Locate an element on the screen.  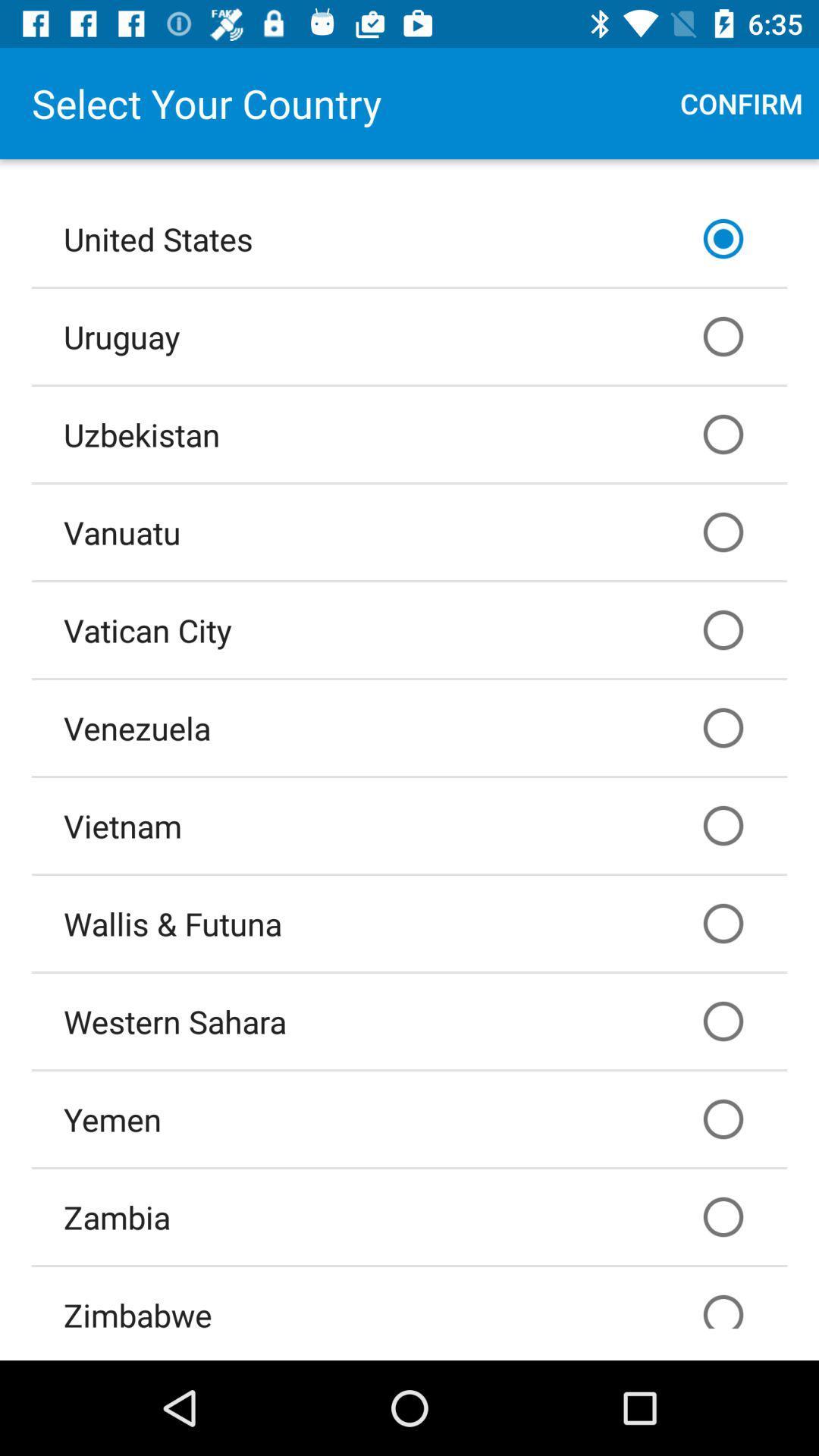
icon above the united states is located at coordinates (741, 102).